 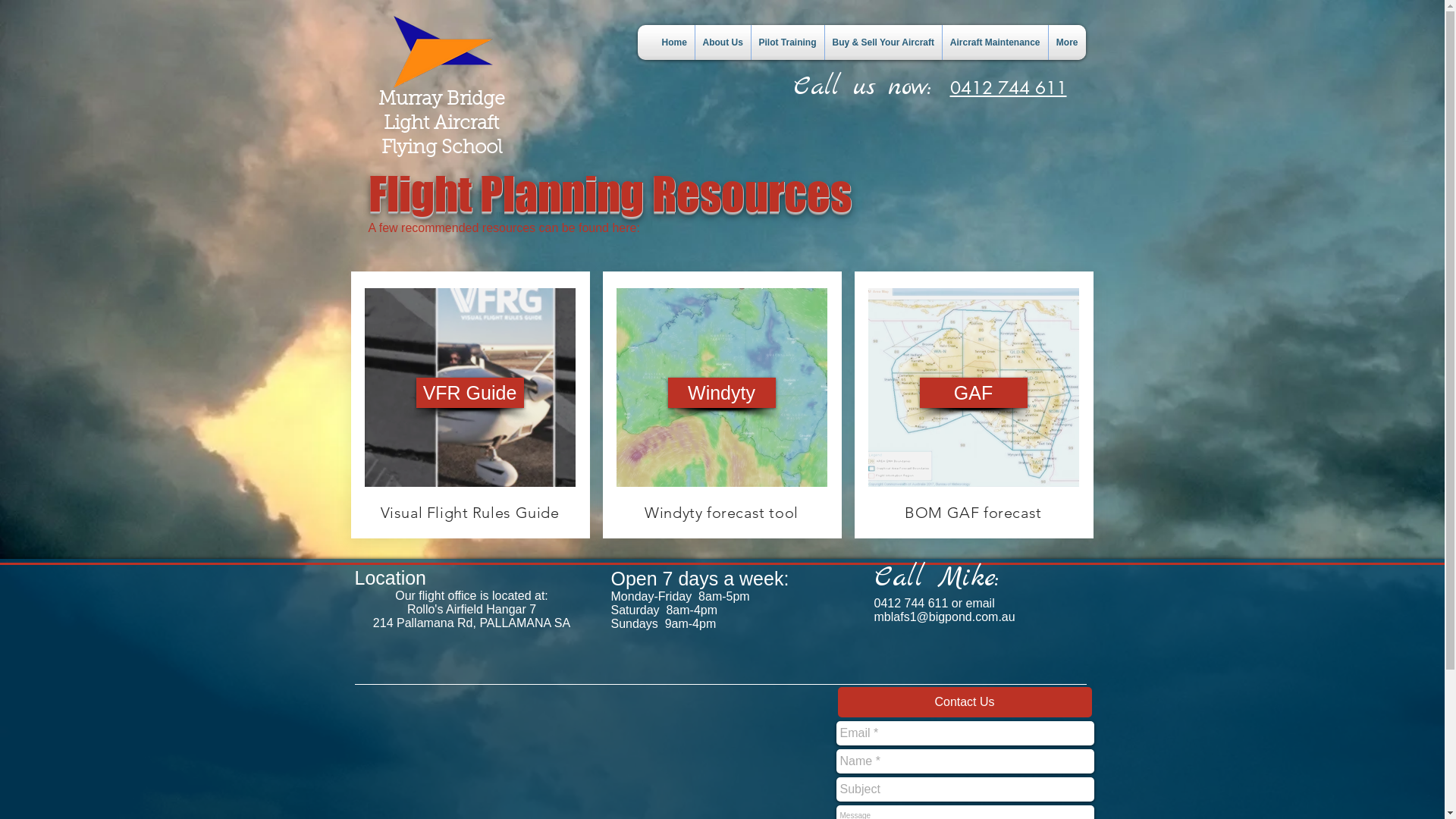 I want to click on 'Windyty', so click(x=720, y=391).